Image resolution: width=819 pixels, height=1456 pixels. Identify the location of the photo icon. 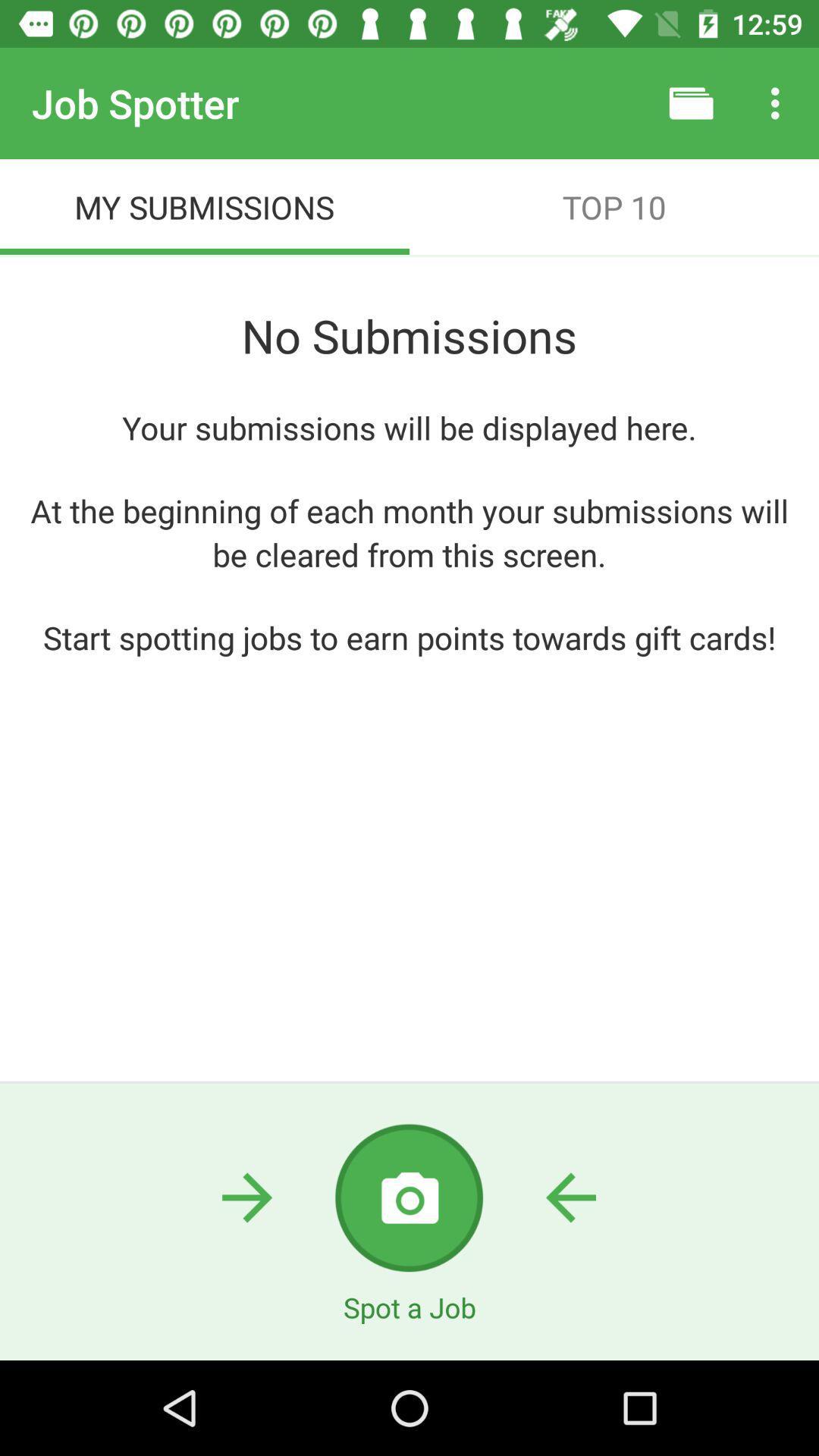
(408, 1197).